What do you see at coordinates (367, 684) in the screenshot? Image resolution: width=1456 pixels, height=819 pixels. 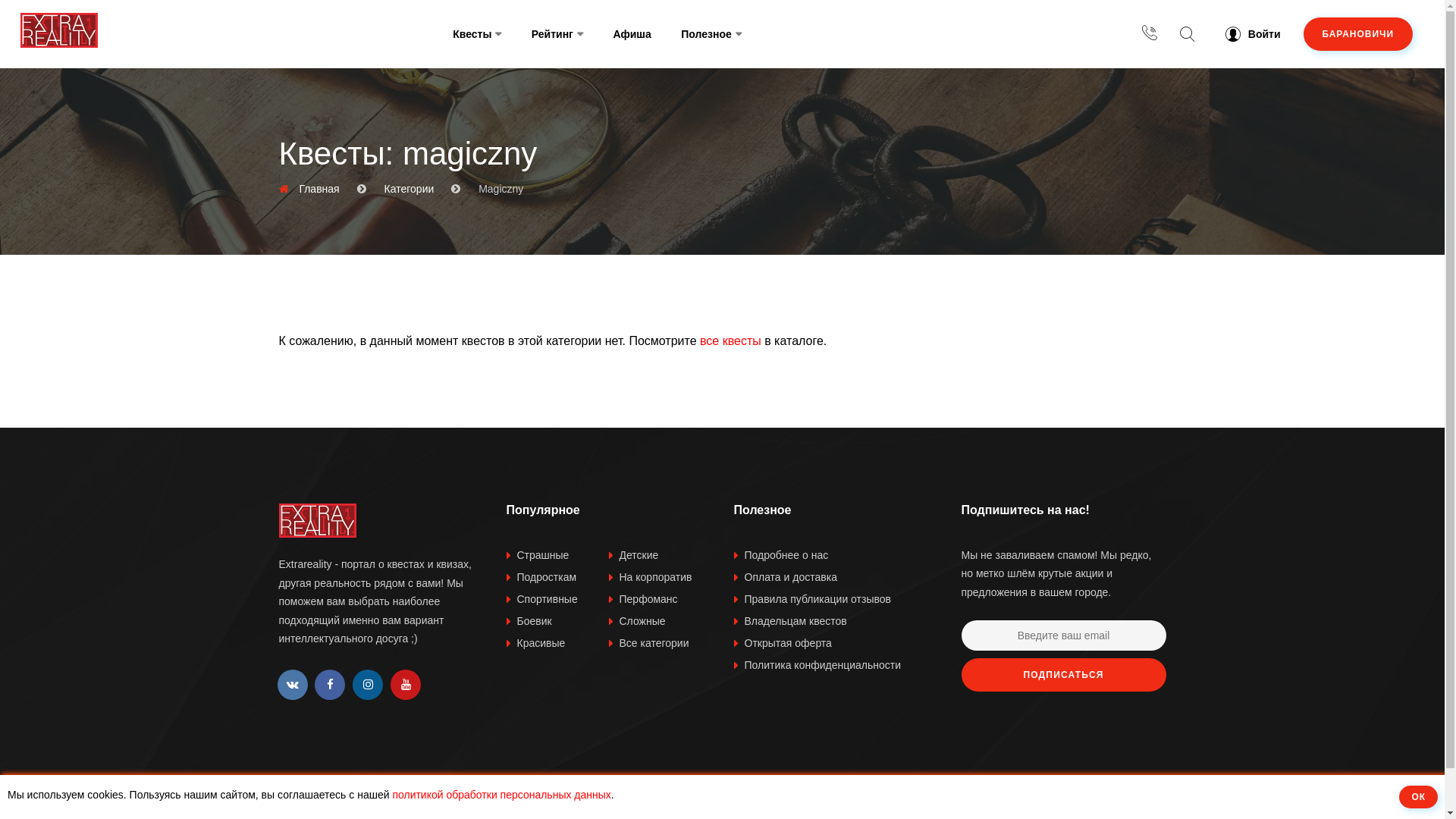 I see `'Extrareality Instagram'` at bounding box center [367, 684].